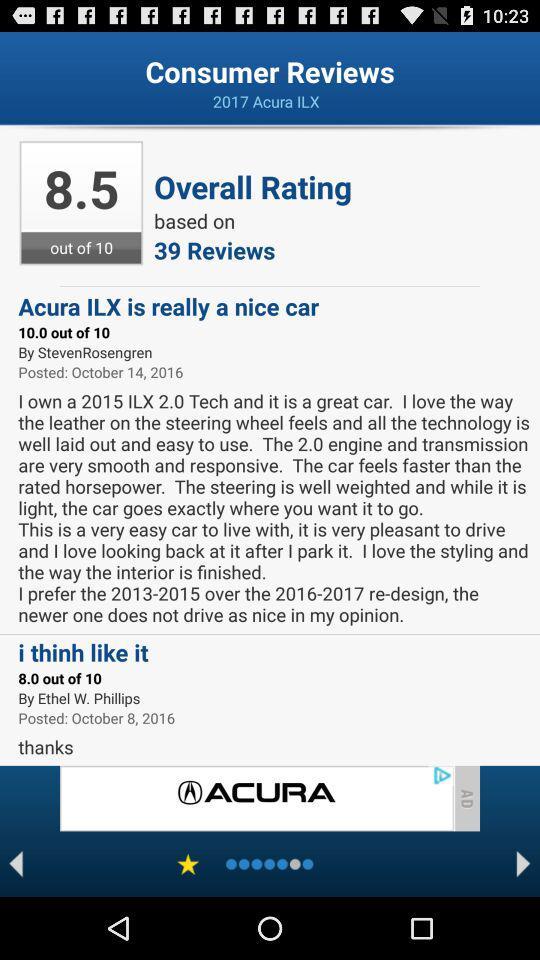 This screenshot has width=540, height=960. I want to click on the star icon, so click(188, 924).